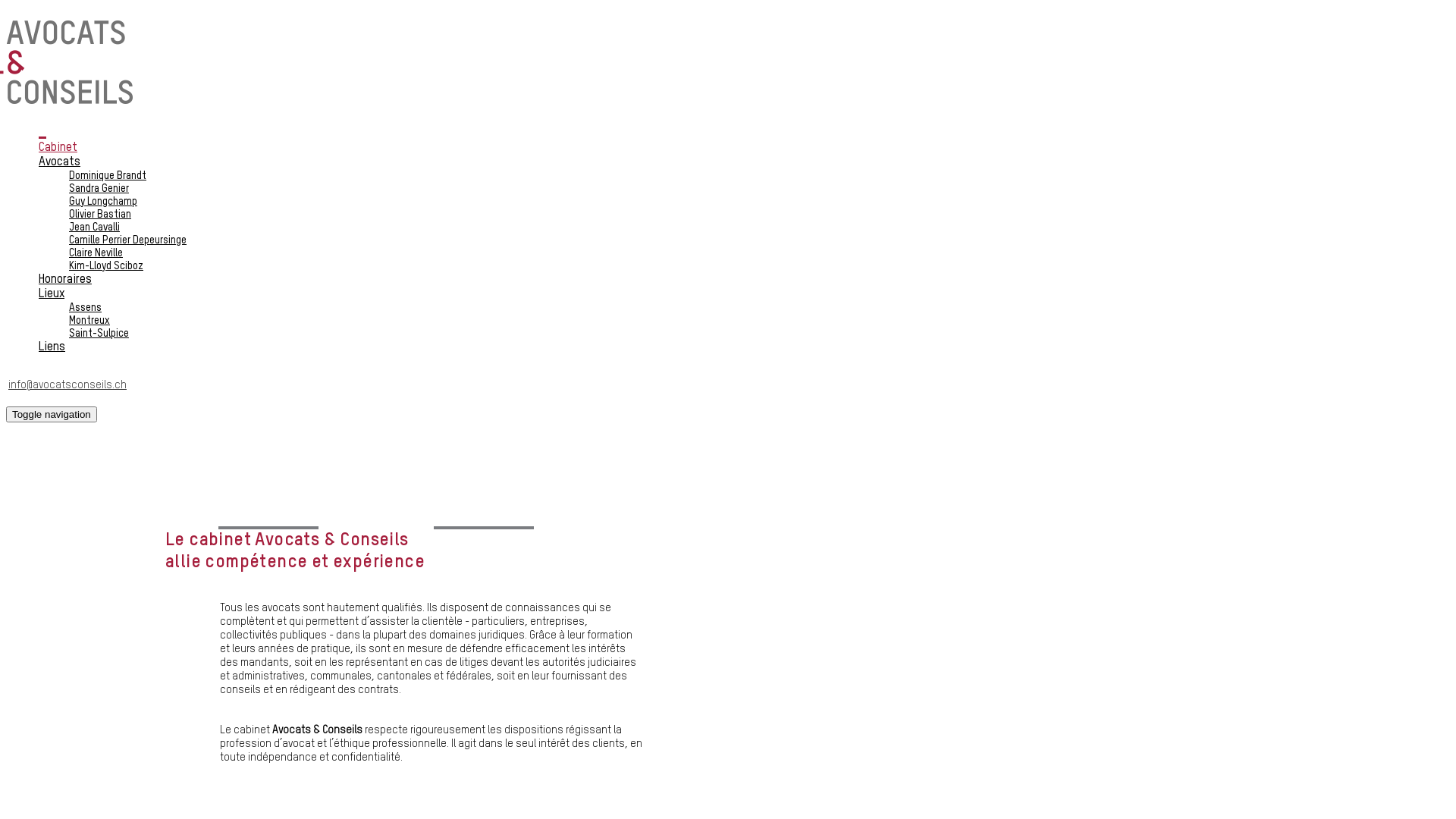 This screenshot has width=1456, height=819. What do you see at coordinates (93, 227) in the screenshot?
I see `'Jean Cavalli'` at bounding box center [93, 227].